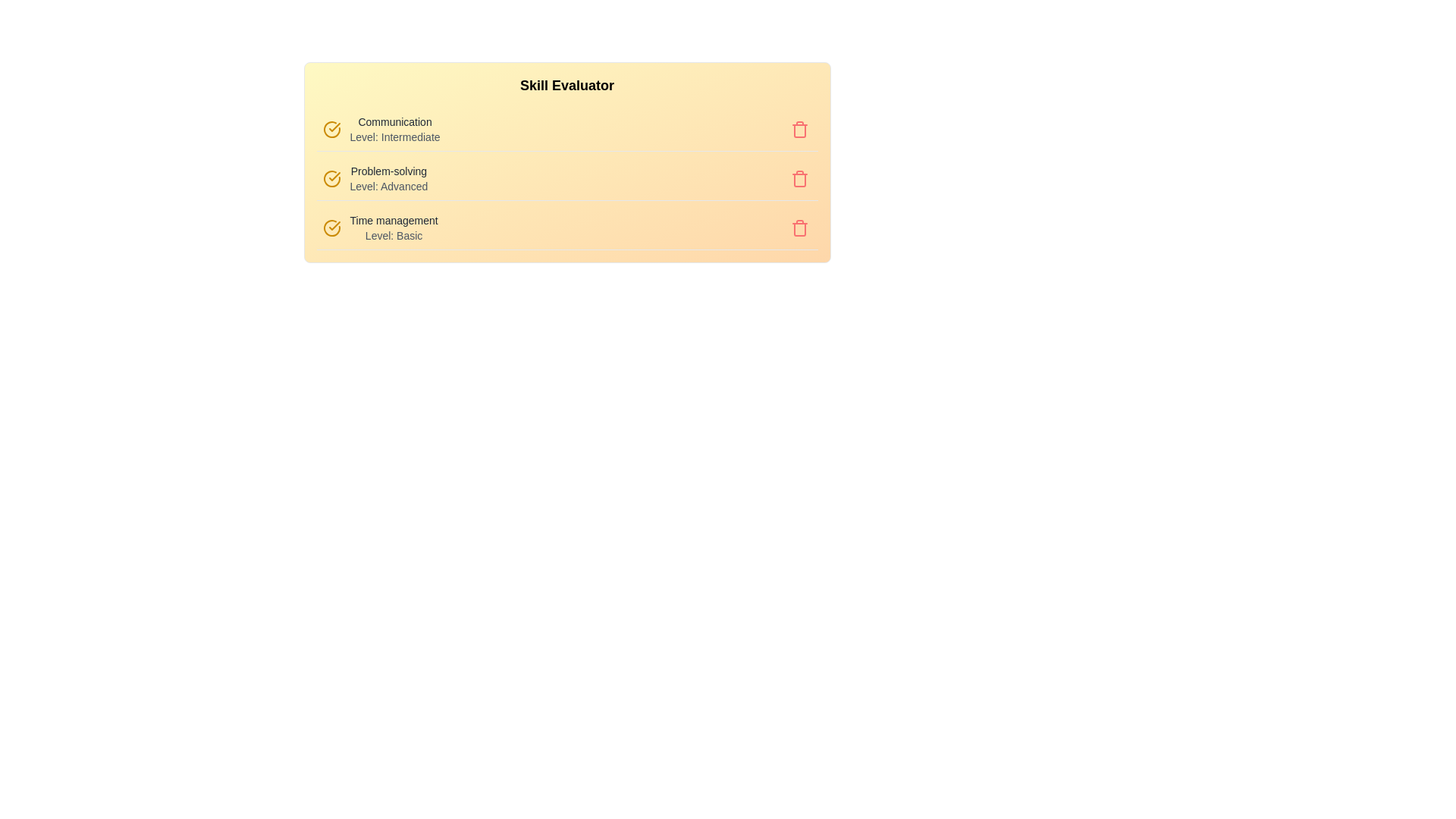  Describe the element at coordinates (566, 228) in the screenshot. I see `the skill item corresponding to Time management to open its context menu` at that location.